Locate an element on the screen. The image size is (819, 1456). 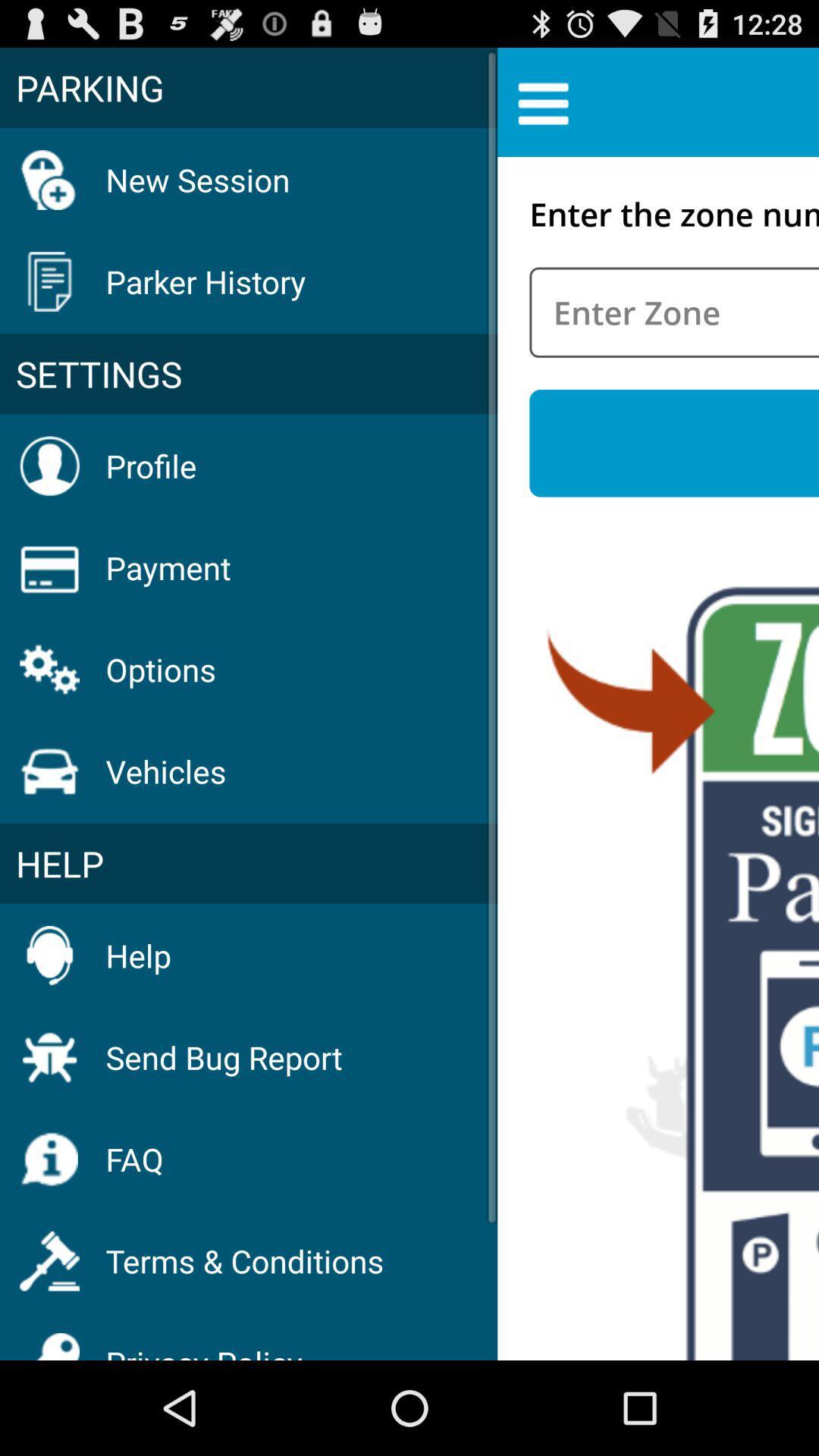
the vehicles item is located at coordinates (166, 771).